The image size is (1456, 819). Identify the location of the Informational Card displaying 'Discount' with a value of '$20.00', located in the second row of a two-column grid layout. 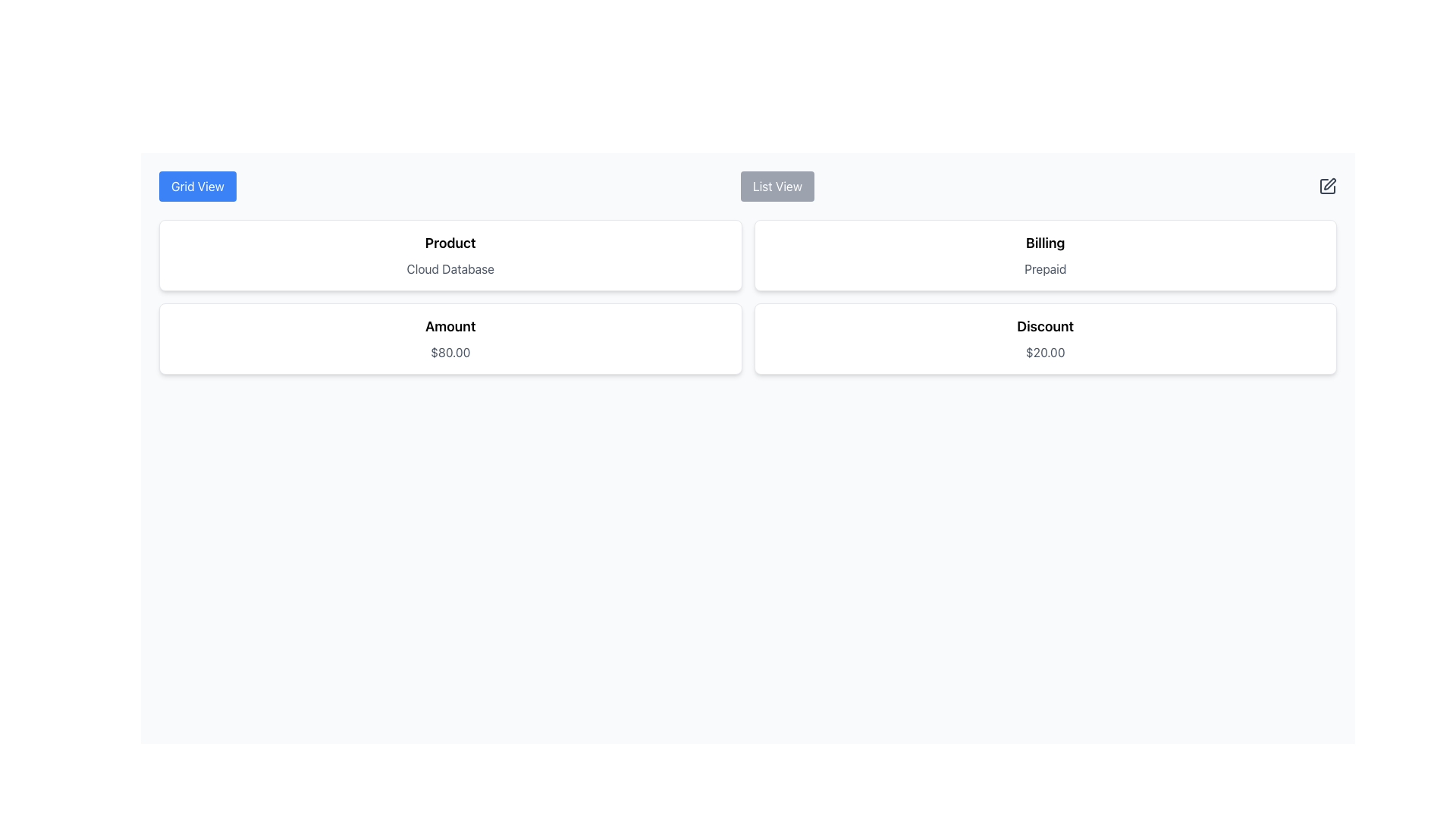
(1044, 338).